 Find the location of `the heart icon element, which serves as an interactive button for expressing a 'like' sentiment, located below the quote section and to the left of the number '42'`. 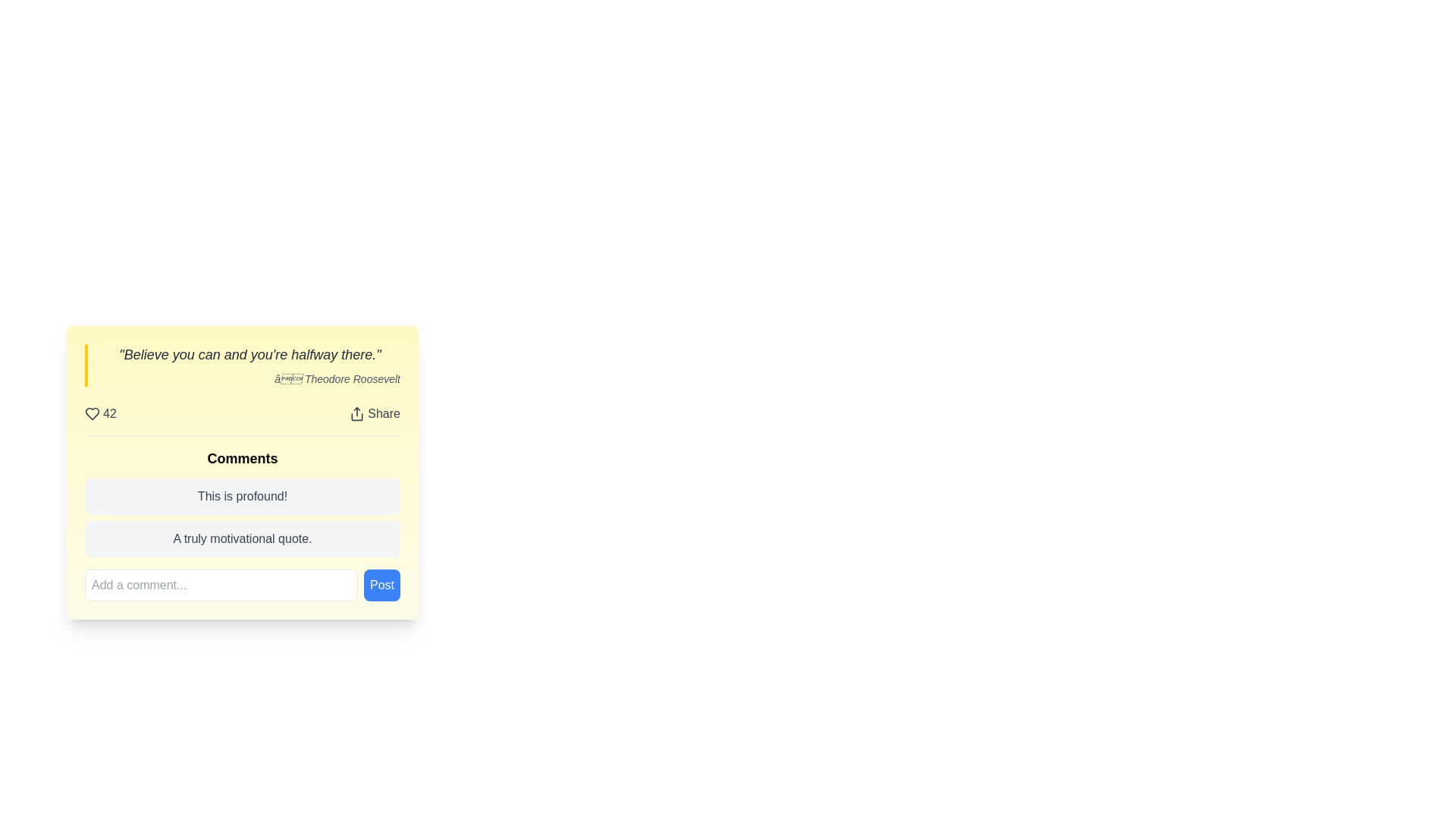

the heart icon element, which serves as an interactive button for expressing a 'like' sentiment, located below the quote section and to the left of the number '42' is located at coordinates (91, 414).